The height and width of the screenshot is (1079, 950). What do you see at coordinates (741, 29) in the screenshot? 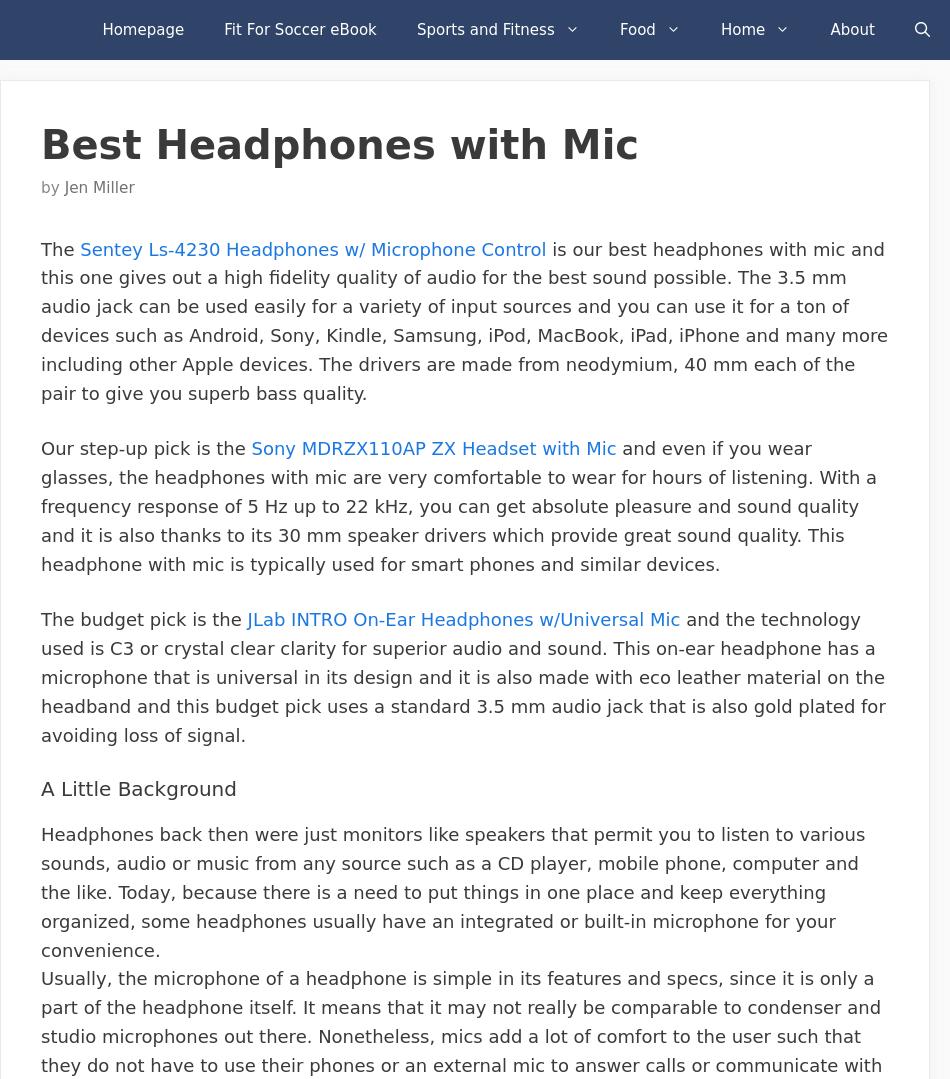
I see `'Home'` at bounding box center [741, 29].